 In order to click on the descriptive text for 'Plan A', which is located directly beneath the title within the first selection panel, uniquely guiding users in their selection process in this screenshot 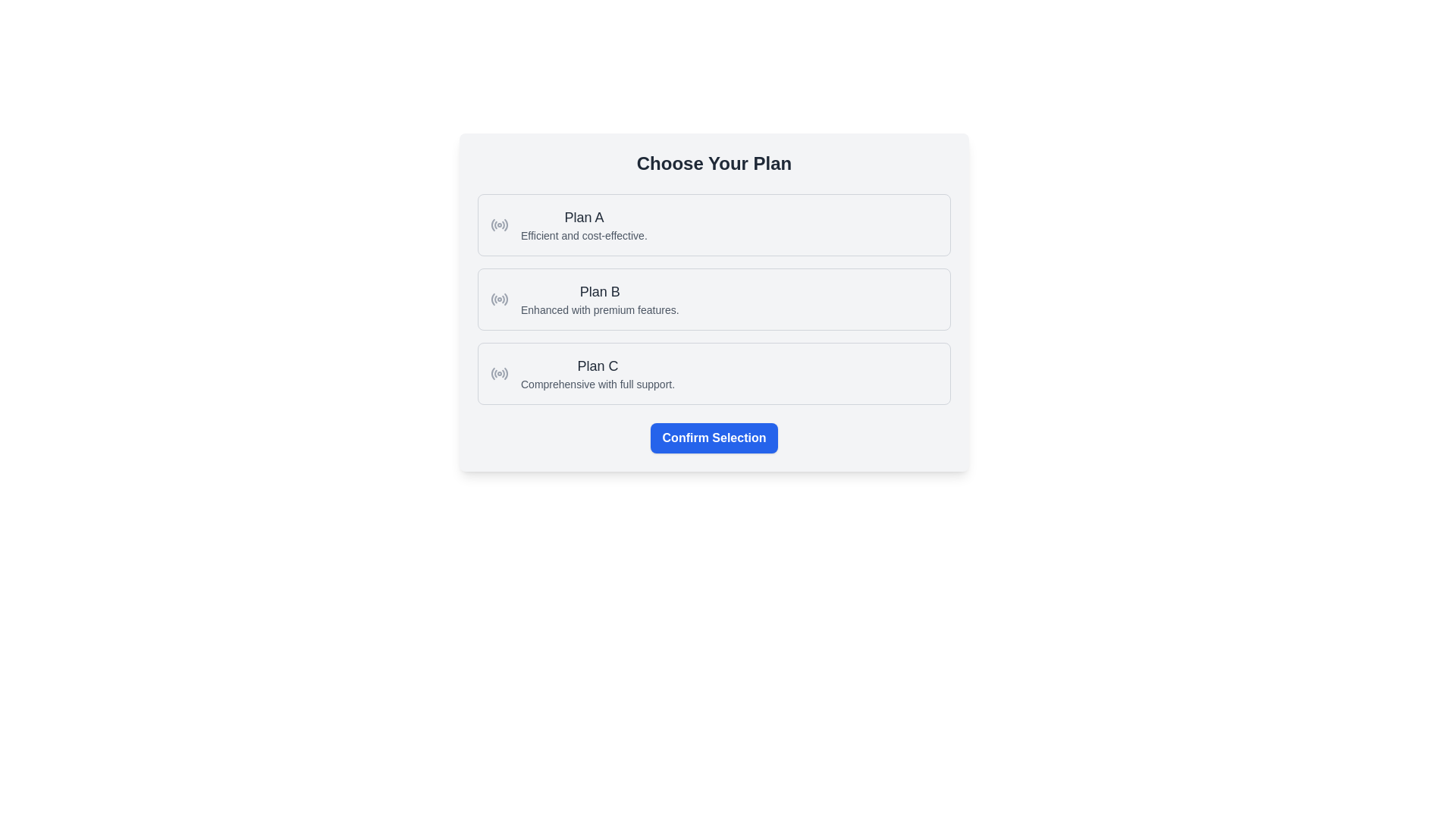, I will do `click(583, 236)`.